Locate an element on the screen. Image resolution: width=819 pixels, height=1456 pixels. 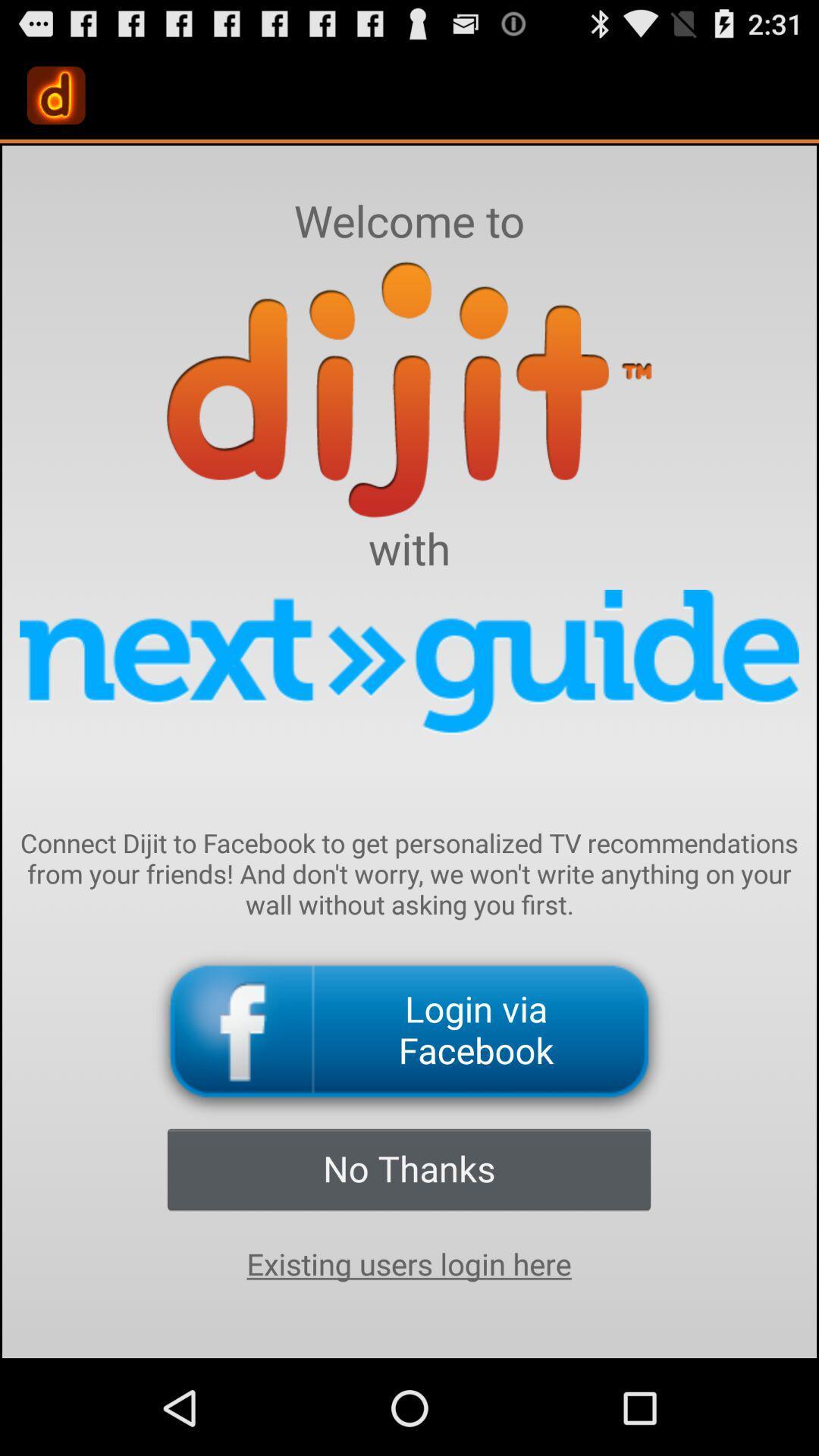
the no thanks icon is located at coordinates (408, 1168).